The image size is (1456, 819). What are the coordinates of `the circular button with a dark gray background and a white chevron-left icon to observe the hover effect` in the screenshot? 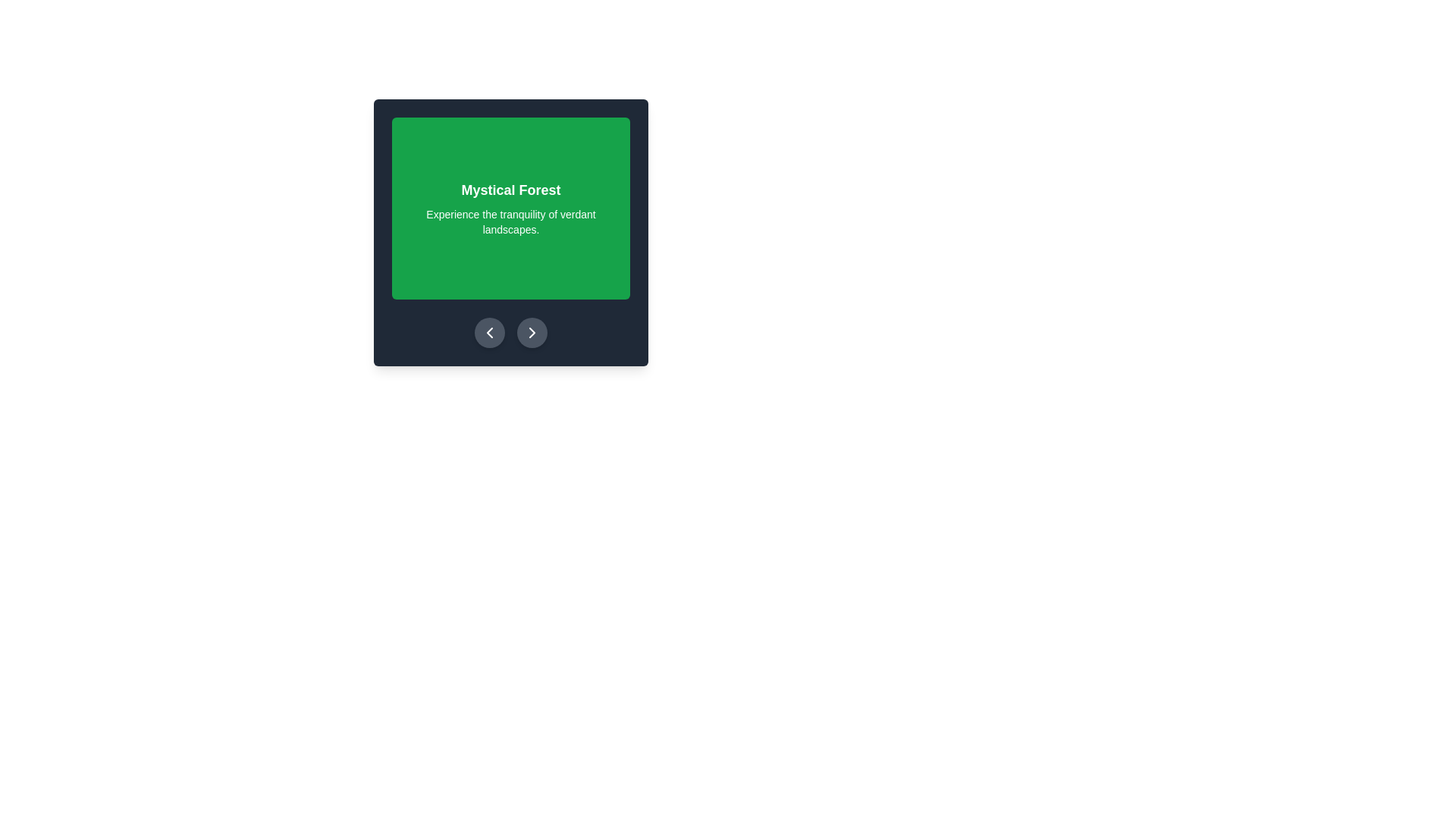 It's located at (490, 332).